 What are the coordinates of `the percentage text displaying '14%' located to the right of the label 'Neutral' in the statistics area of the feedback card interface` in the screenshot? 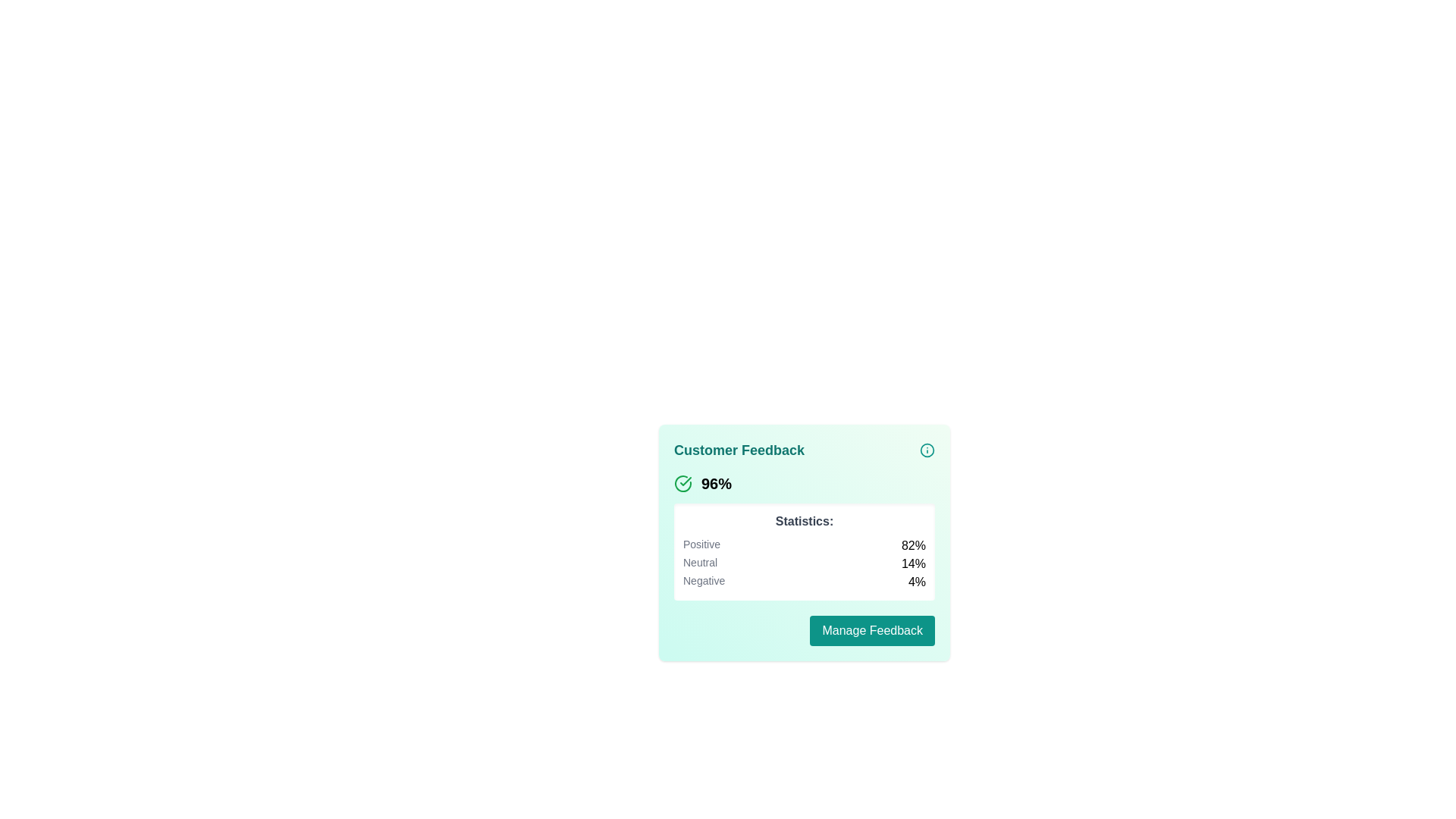 It's located at (912, 564).